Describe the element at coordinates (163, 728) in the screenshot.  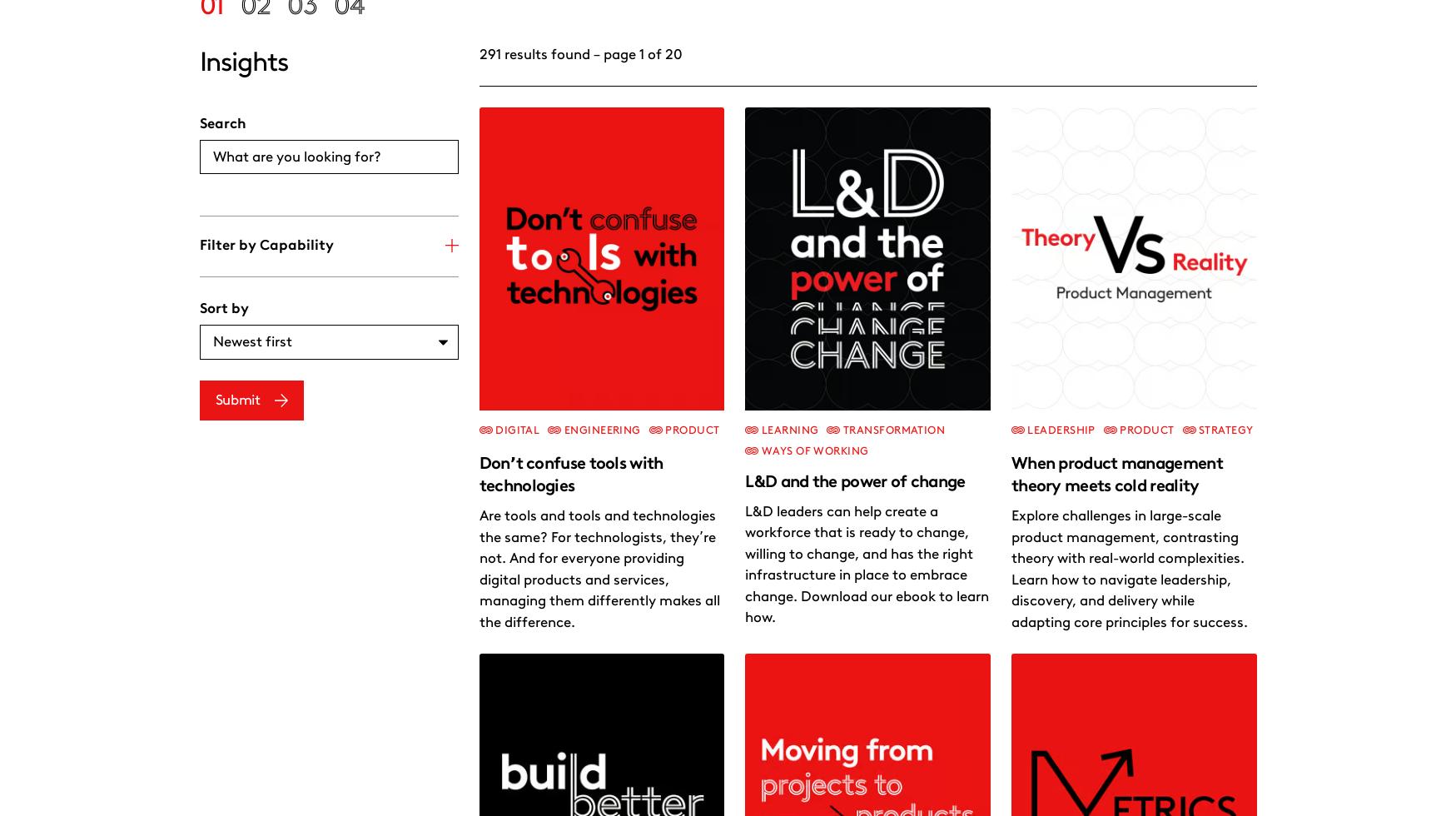
I see `'.'` at that location.